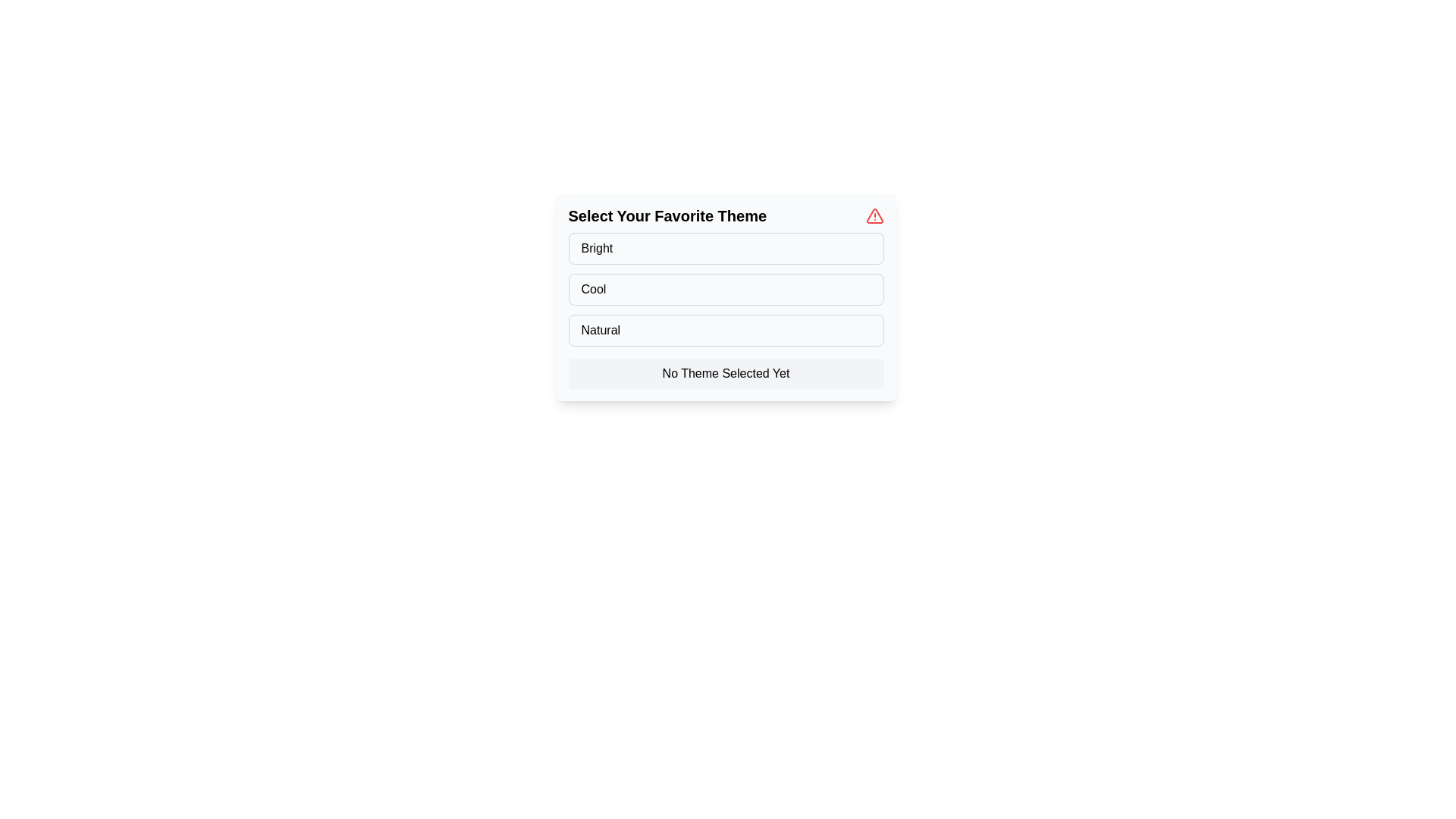  Describe the element at coordinates (725, 297) in the screenshot. I see `the 'Cool' option in the Theme selection panel` at that location.